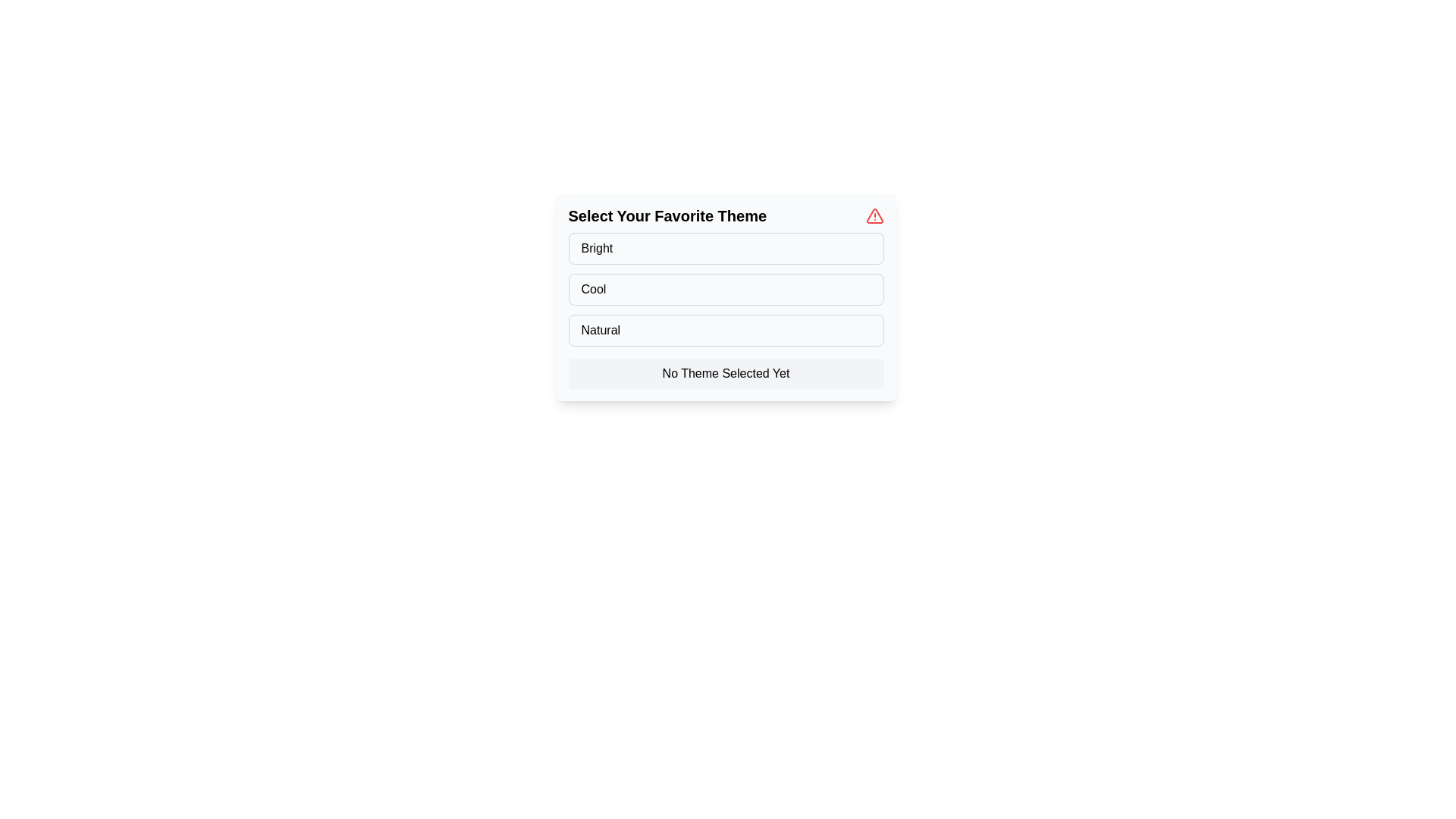  Describe the element at coordinates (725, 297) in the screenshot. I see `the 'Cool' option in the Theme selection panel` at that location.